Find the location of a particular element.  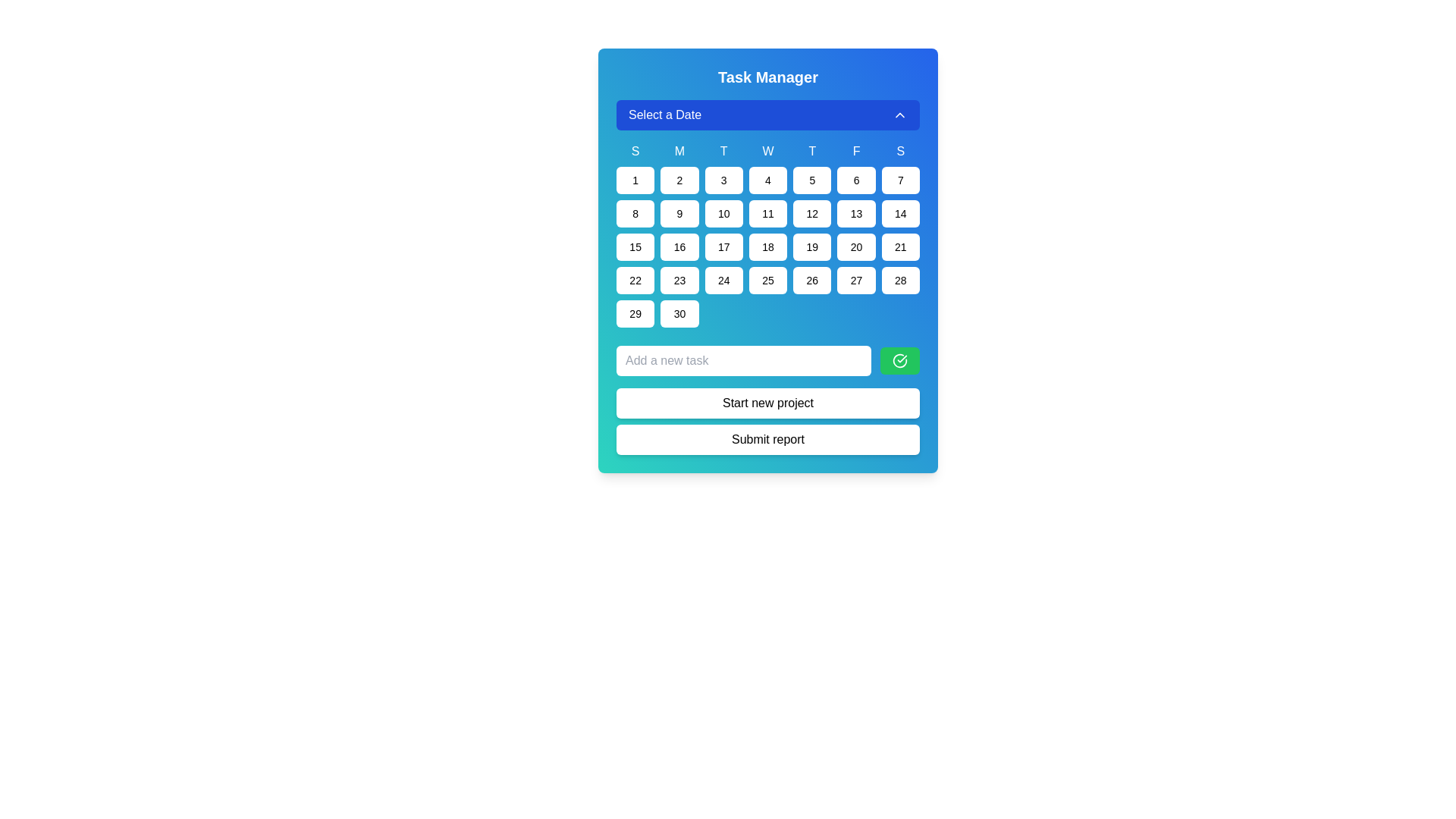

the button displaying the number '19' in black text on a white background is located at coordinates (811, 246).